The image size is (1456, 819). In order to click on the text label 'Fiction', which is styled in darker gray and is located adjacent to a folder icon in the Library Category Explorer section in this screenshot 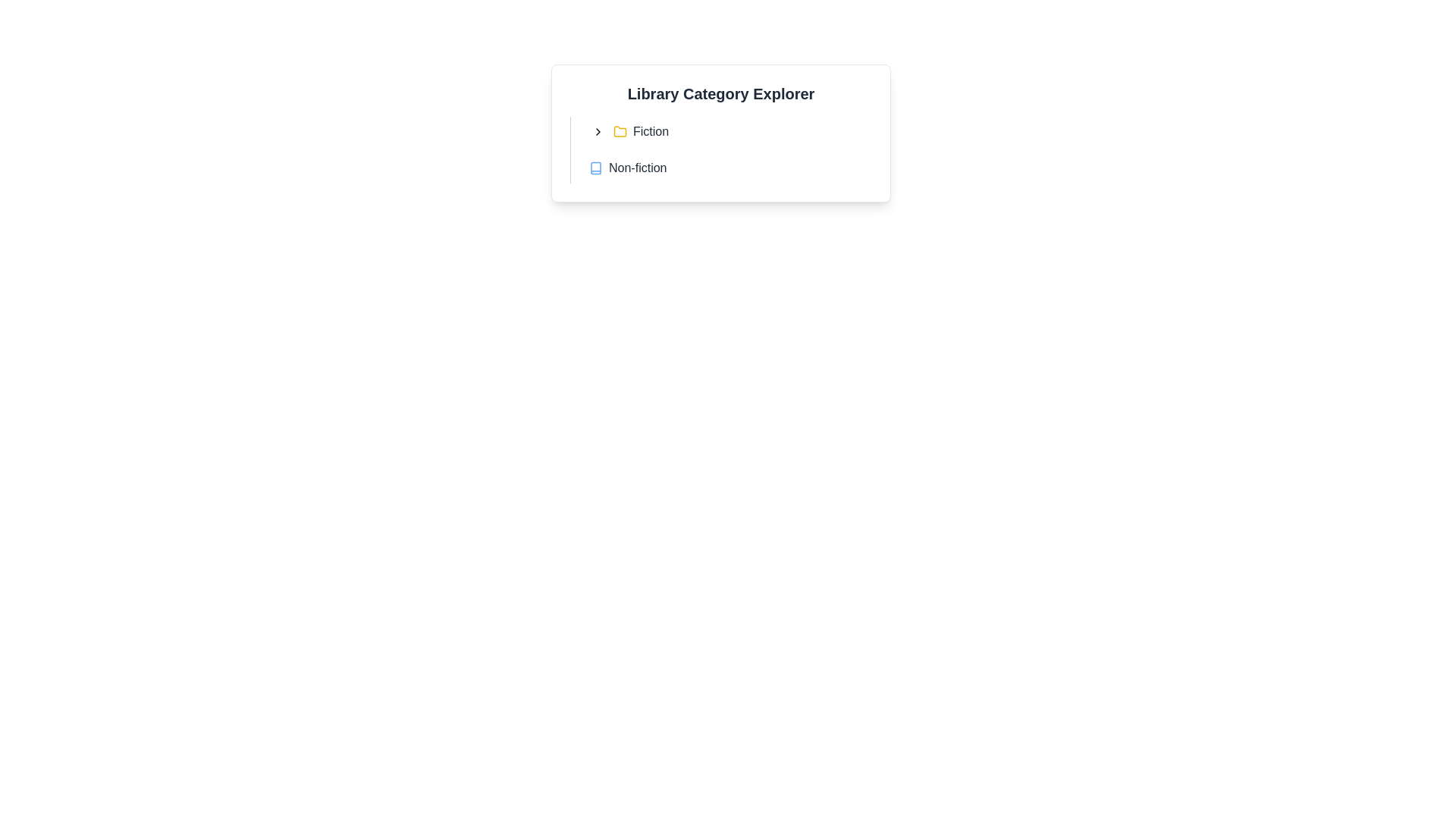, I will do `click(651, 130)`.